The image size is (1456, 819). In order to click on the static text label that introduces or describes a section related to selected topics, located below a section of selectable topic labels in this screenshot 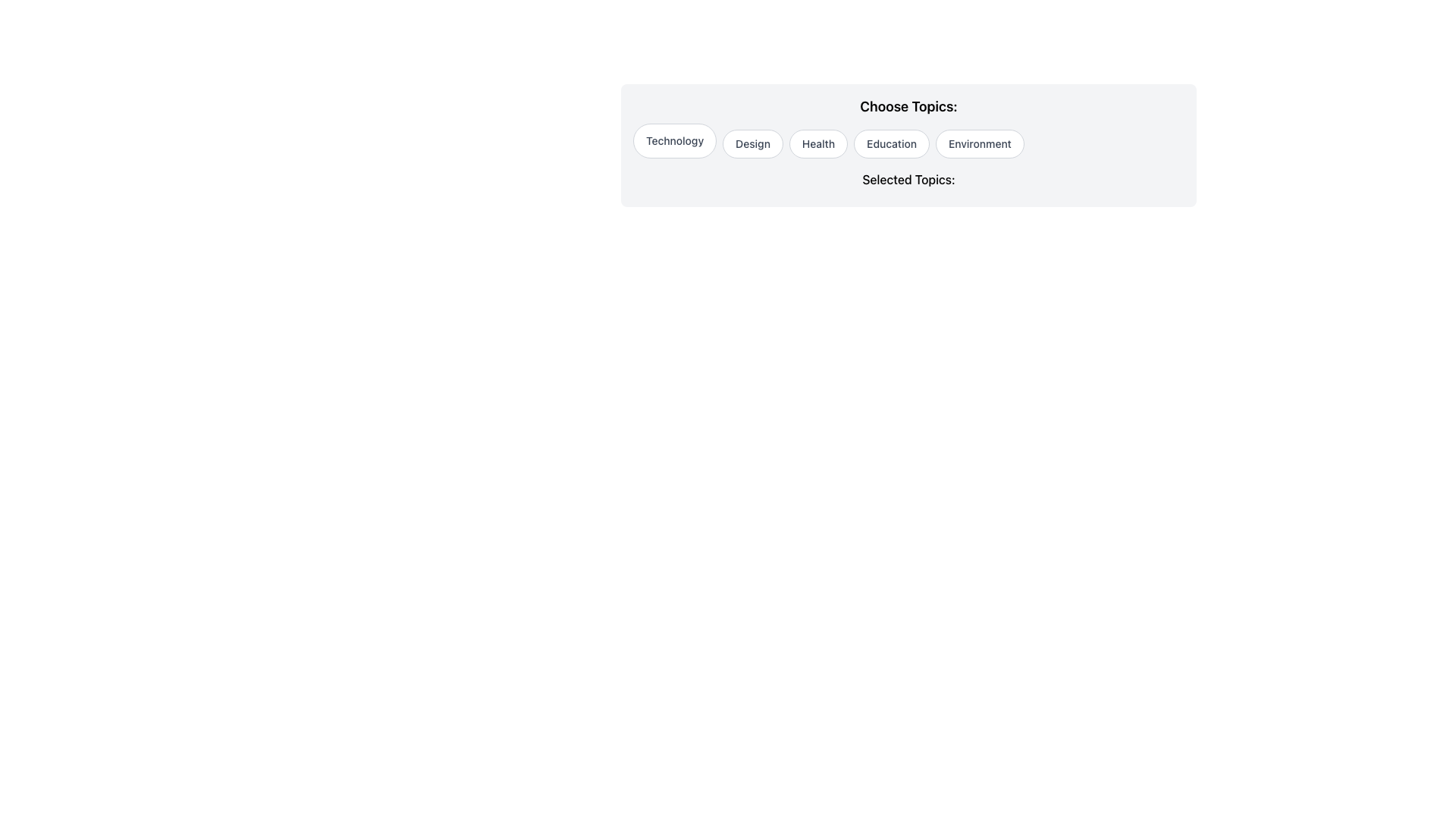, I will do `click(908, 178)`.